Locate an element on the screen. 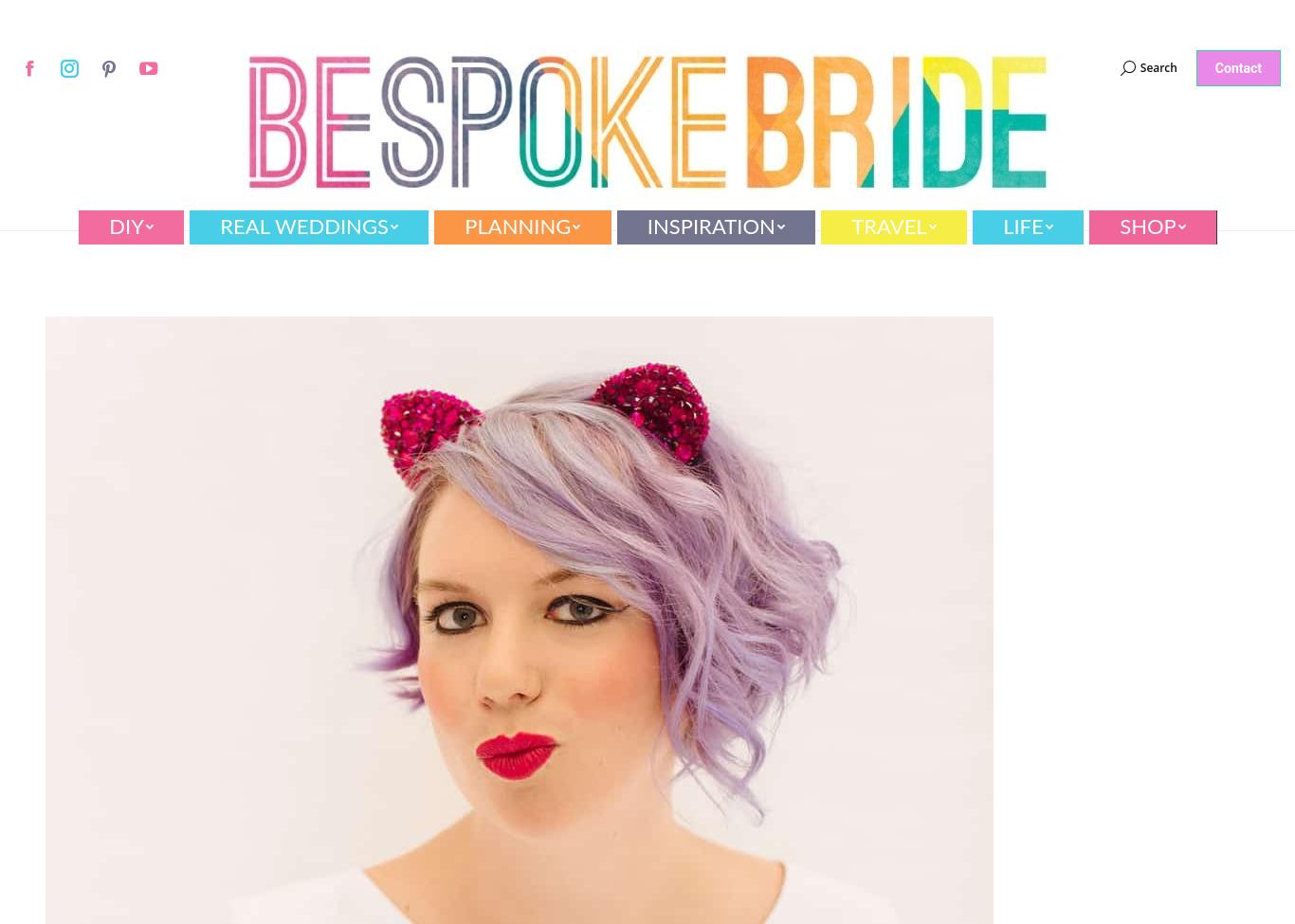  'City' is located at coordinates (221, 365).